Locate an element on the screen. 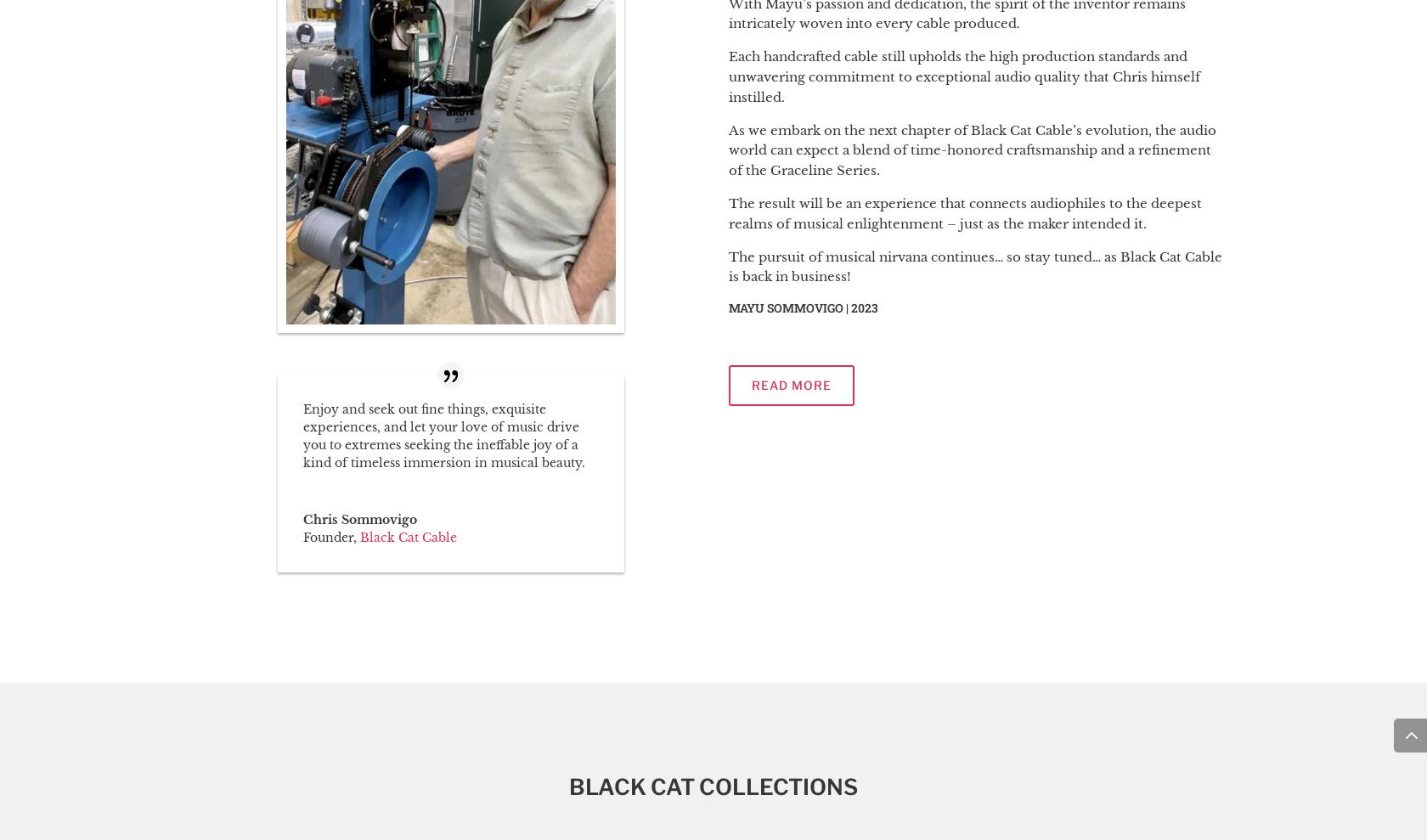 Image resolution: width=1427 pixels, height=840 pixels. 'As we embark on the next chapter of Black Cat Cable’s evolution, the audio world can expect a blend of time-honored craftsmanship and a refinement of the Graceline Series.' is located at coordinates (972, 149).